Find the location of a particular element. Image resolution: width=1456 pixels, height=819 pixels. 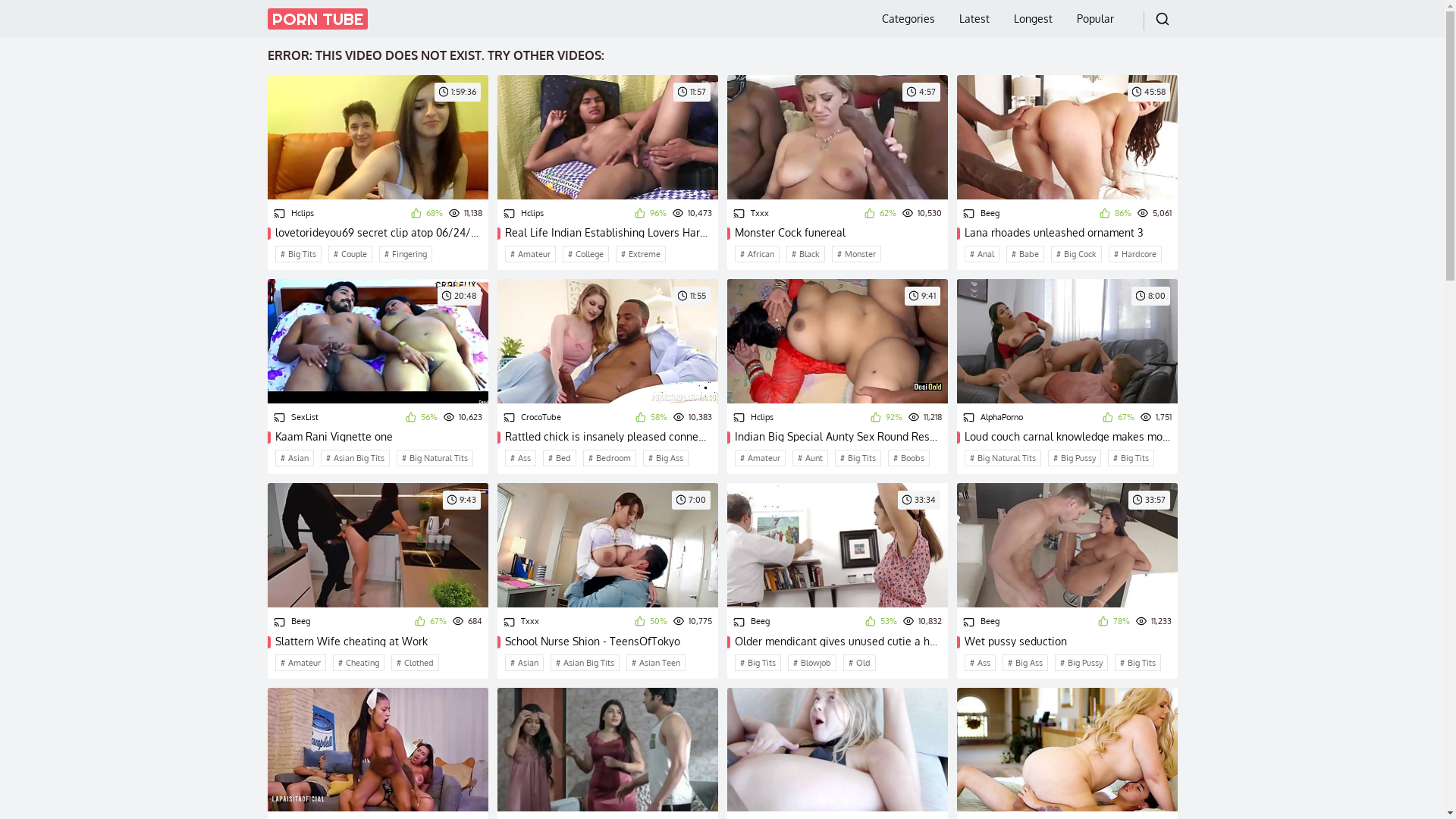

'SexList' is located at coordinates (295, 418).